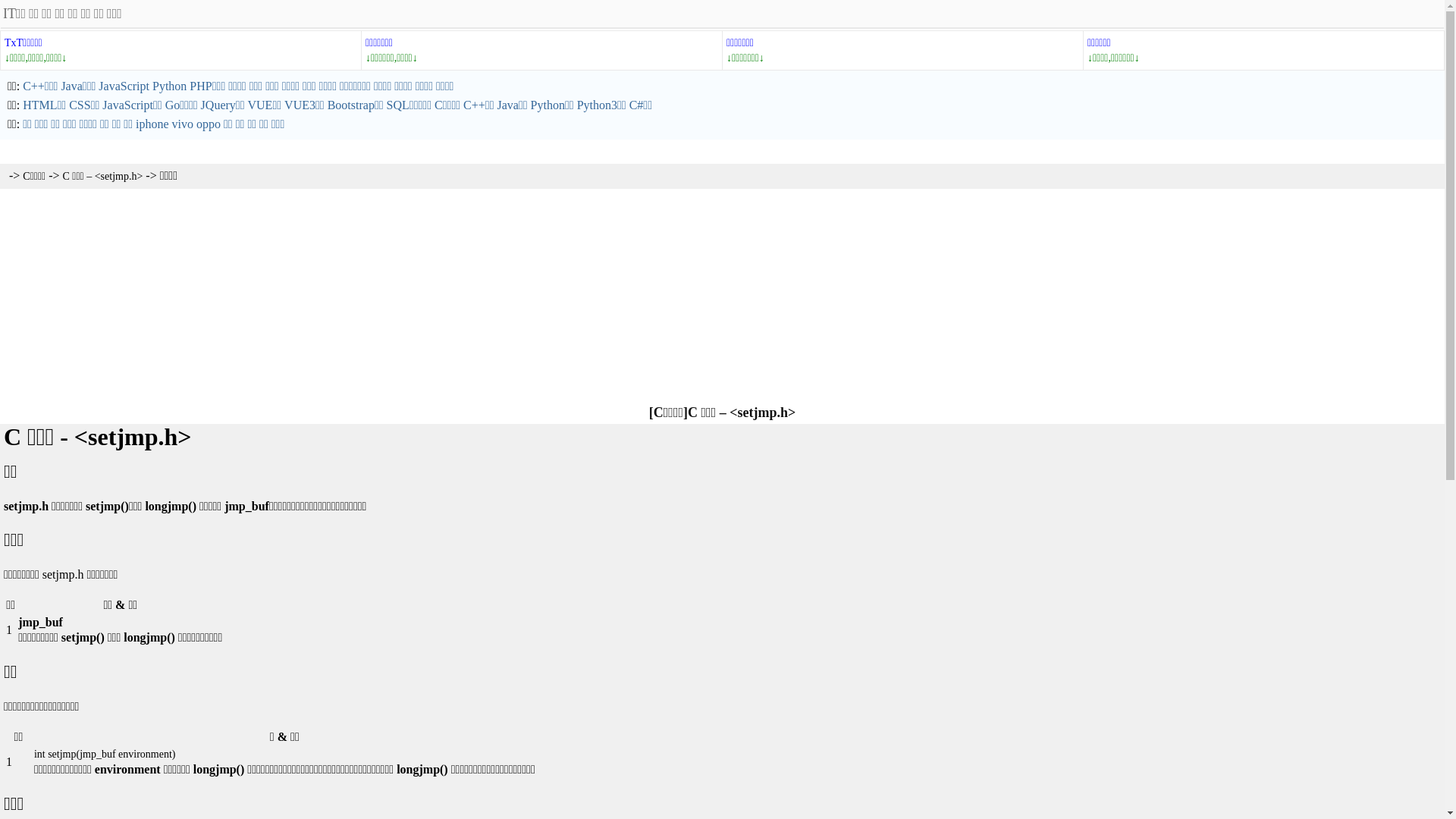  What do you see at coordinates (152, 123) in the screenshot?
I see `'iphone'` at bounding box center [152, 123].